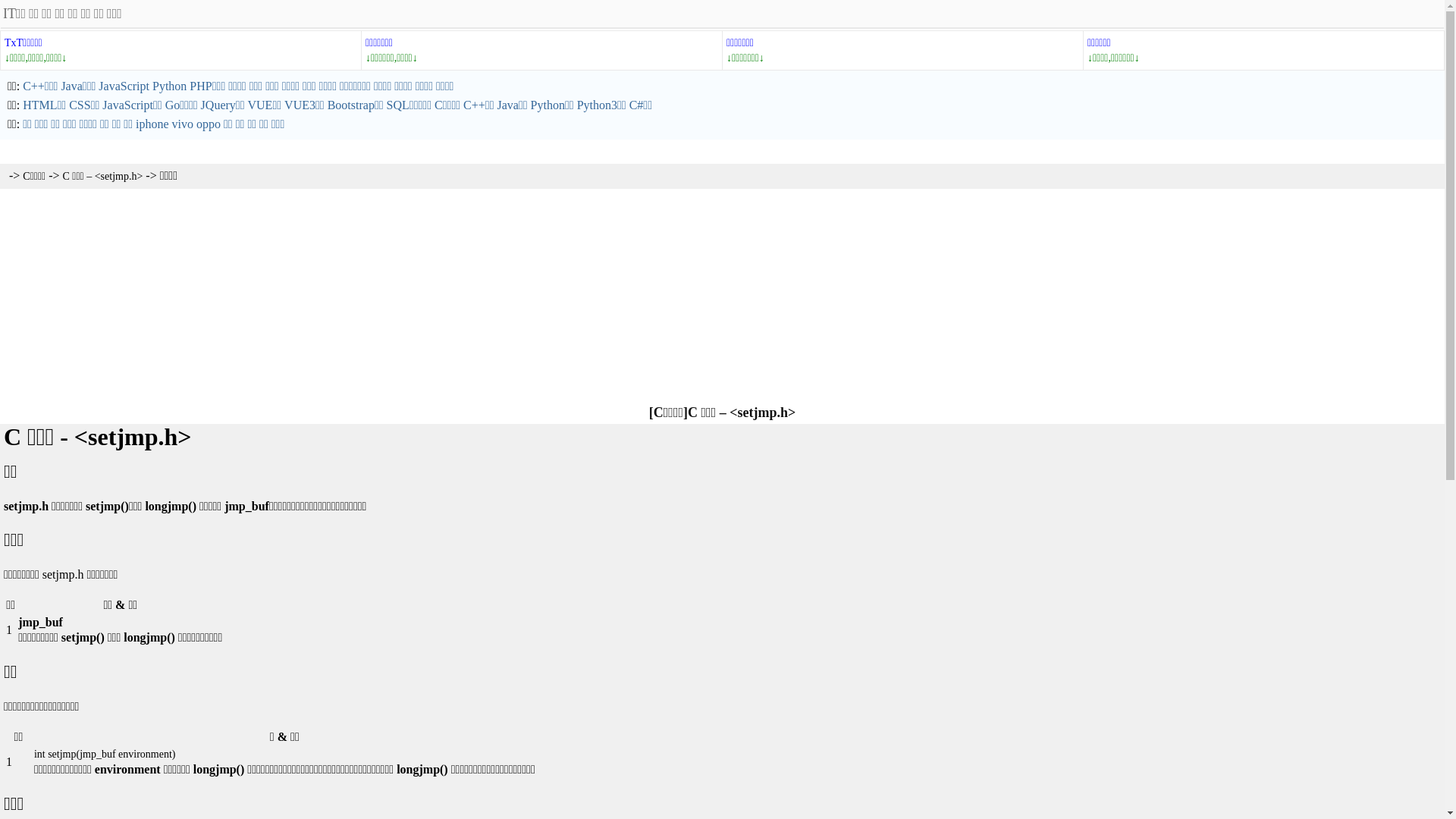  What do you see at coordinates (152, 123) in the screenshot?
I see `'iphone'` at bounding box center [152, 123].